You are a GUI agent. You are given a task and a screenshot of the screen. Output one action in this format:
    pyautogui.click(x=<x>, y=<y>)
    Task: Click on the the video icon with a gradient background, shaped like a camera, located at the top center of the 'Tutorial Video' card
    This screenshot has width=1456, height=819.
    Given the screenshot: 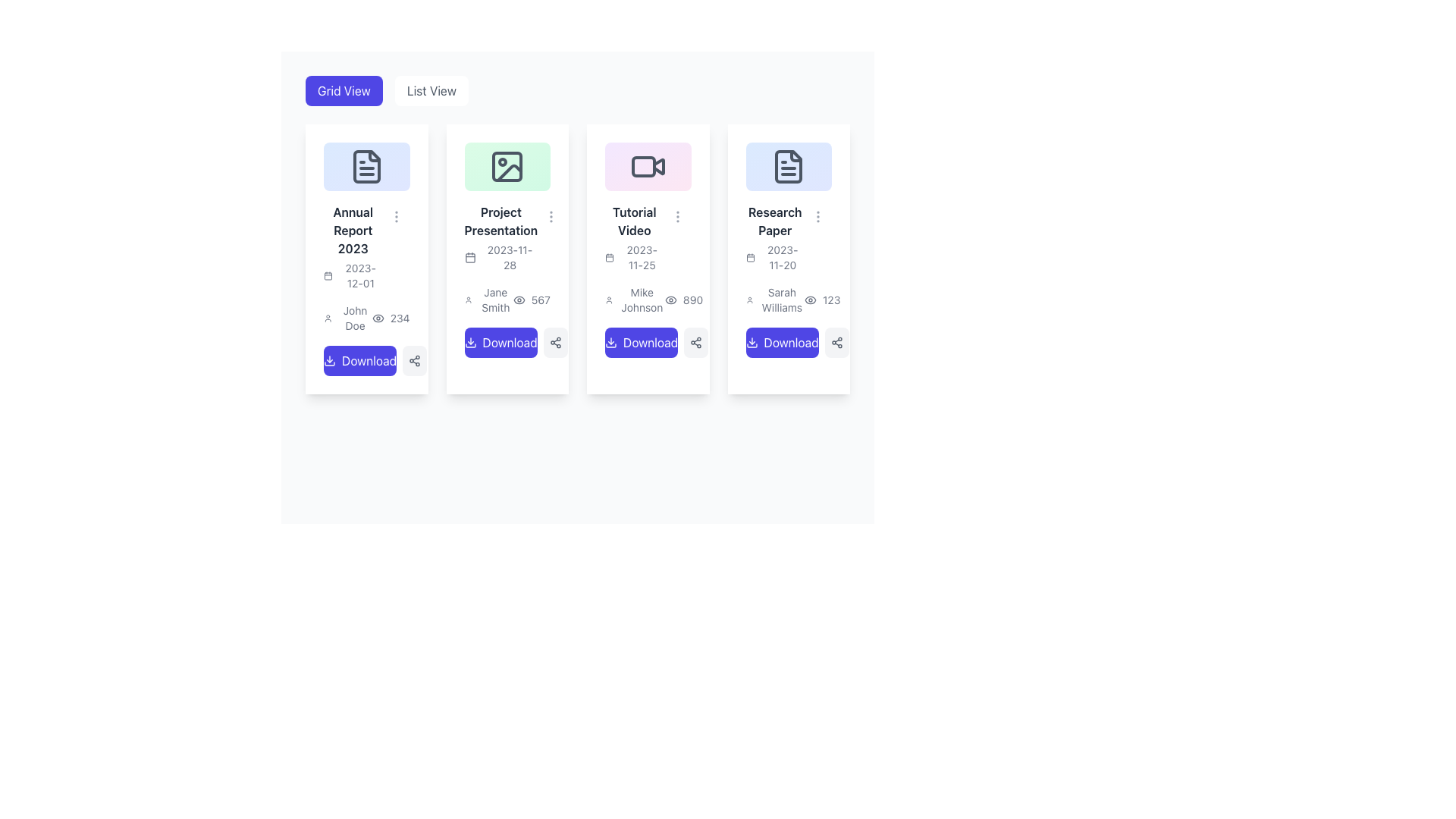 What is the action you would take?
    pyautogui.click(x=648, y=166)
    